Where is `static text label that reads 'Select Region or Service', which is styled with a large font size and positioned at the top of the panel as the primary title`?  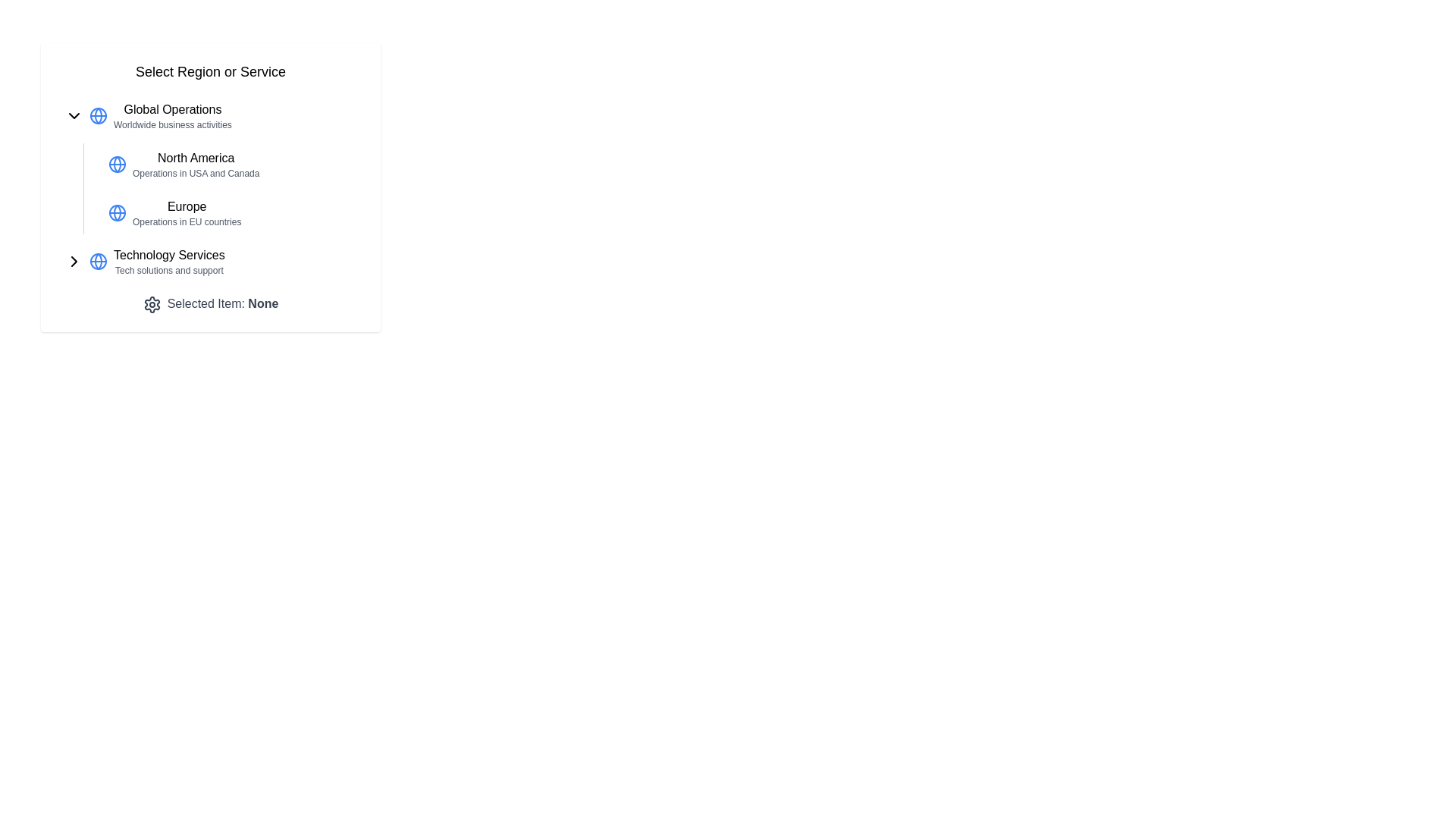
static text label that reads 'Select Region or Service', which is styled with a large font size and positioned at the top of the panel as the primary title is located at coordinates (210, 72).